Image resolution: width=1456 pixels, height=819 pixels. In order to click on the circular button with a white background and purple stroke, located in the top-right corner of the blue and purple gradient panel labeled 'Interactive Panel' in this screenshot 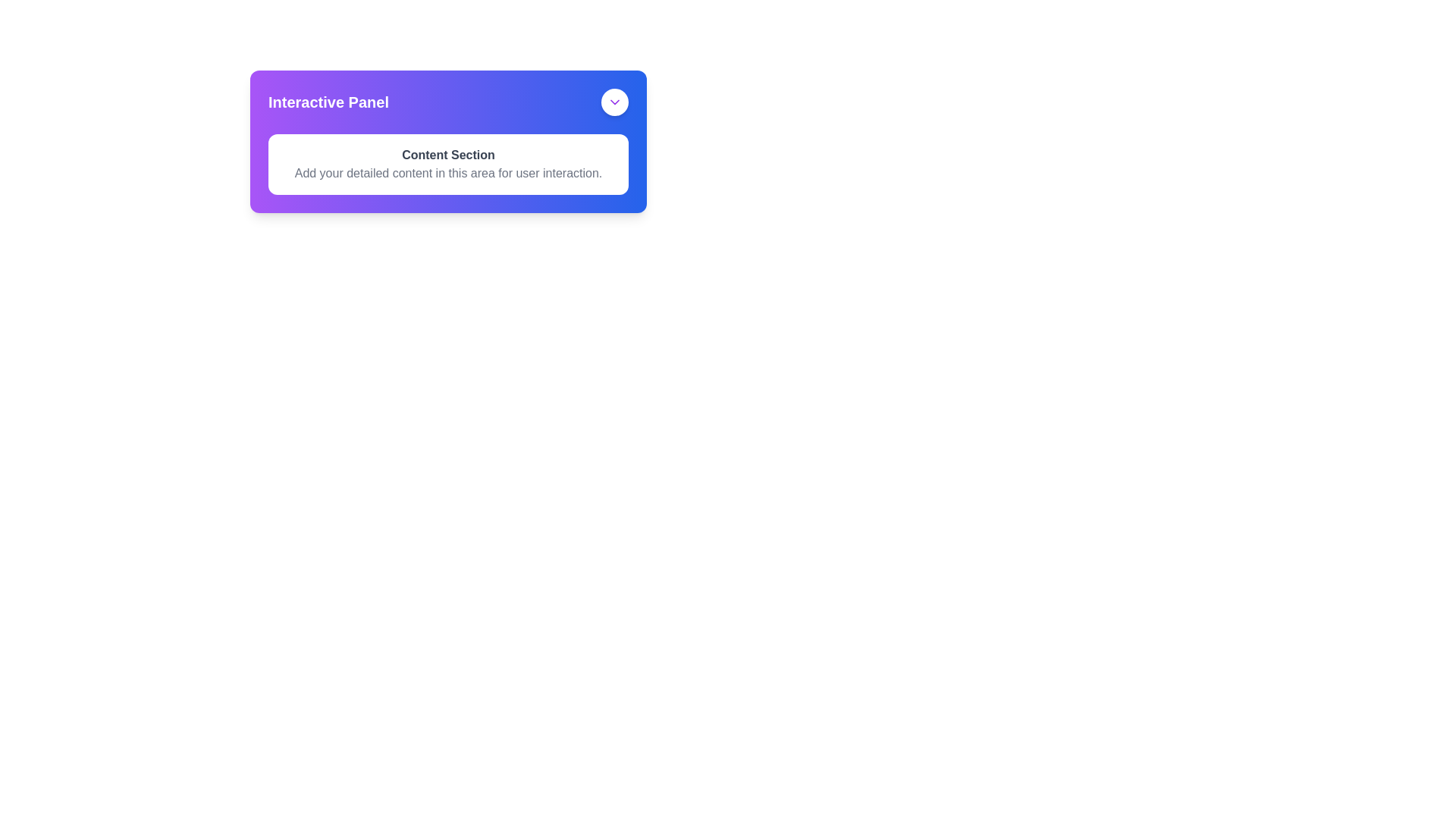, I will do `click(615, 102)`.